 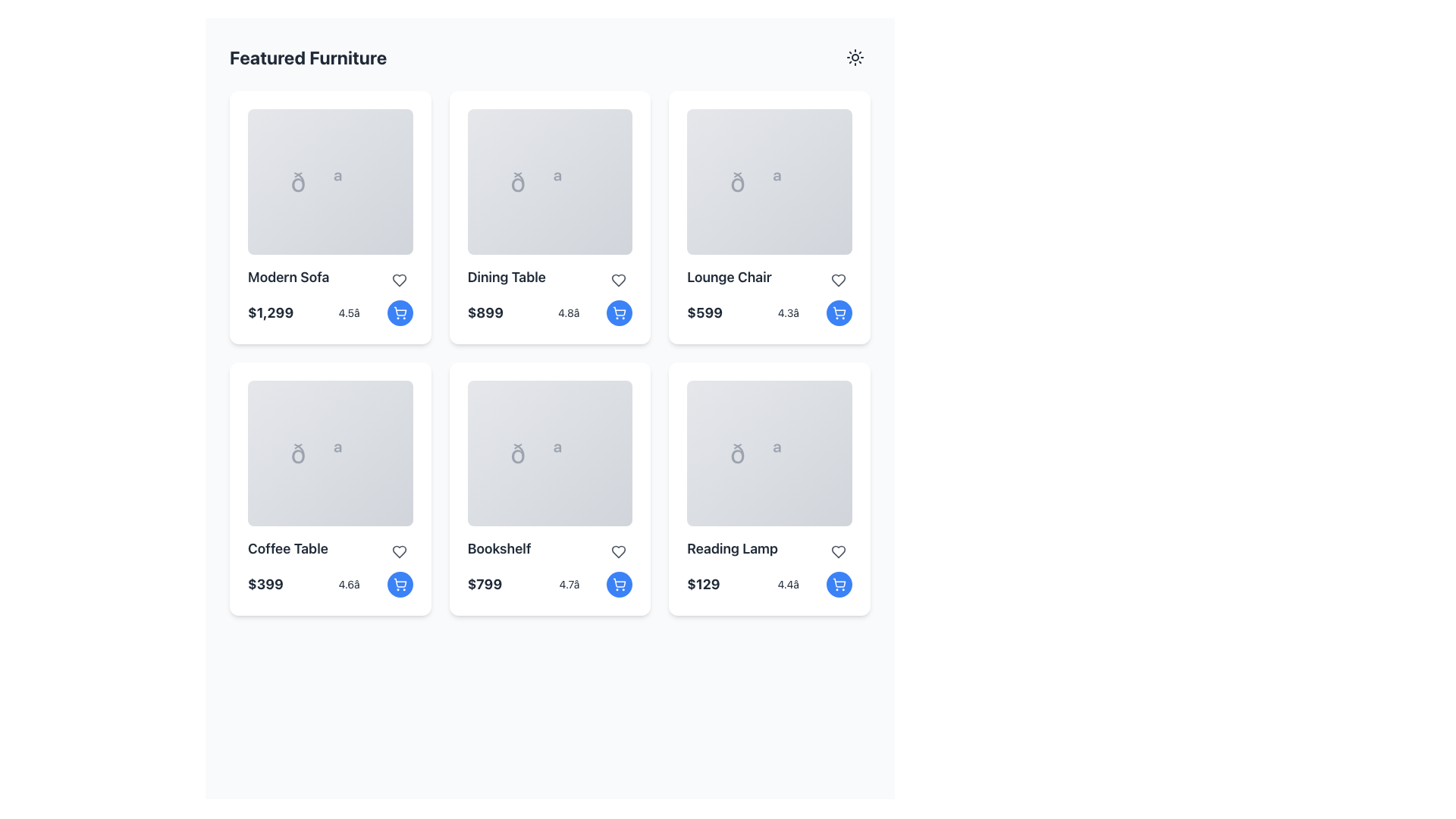 What do you see at coordinates (770, 180) in the screenshot?
I see `the large gray emoji or symbol located in the 'Lounge Chair' card within the third column of the featured furniture grid` at bounding box center [770, 180].